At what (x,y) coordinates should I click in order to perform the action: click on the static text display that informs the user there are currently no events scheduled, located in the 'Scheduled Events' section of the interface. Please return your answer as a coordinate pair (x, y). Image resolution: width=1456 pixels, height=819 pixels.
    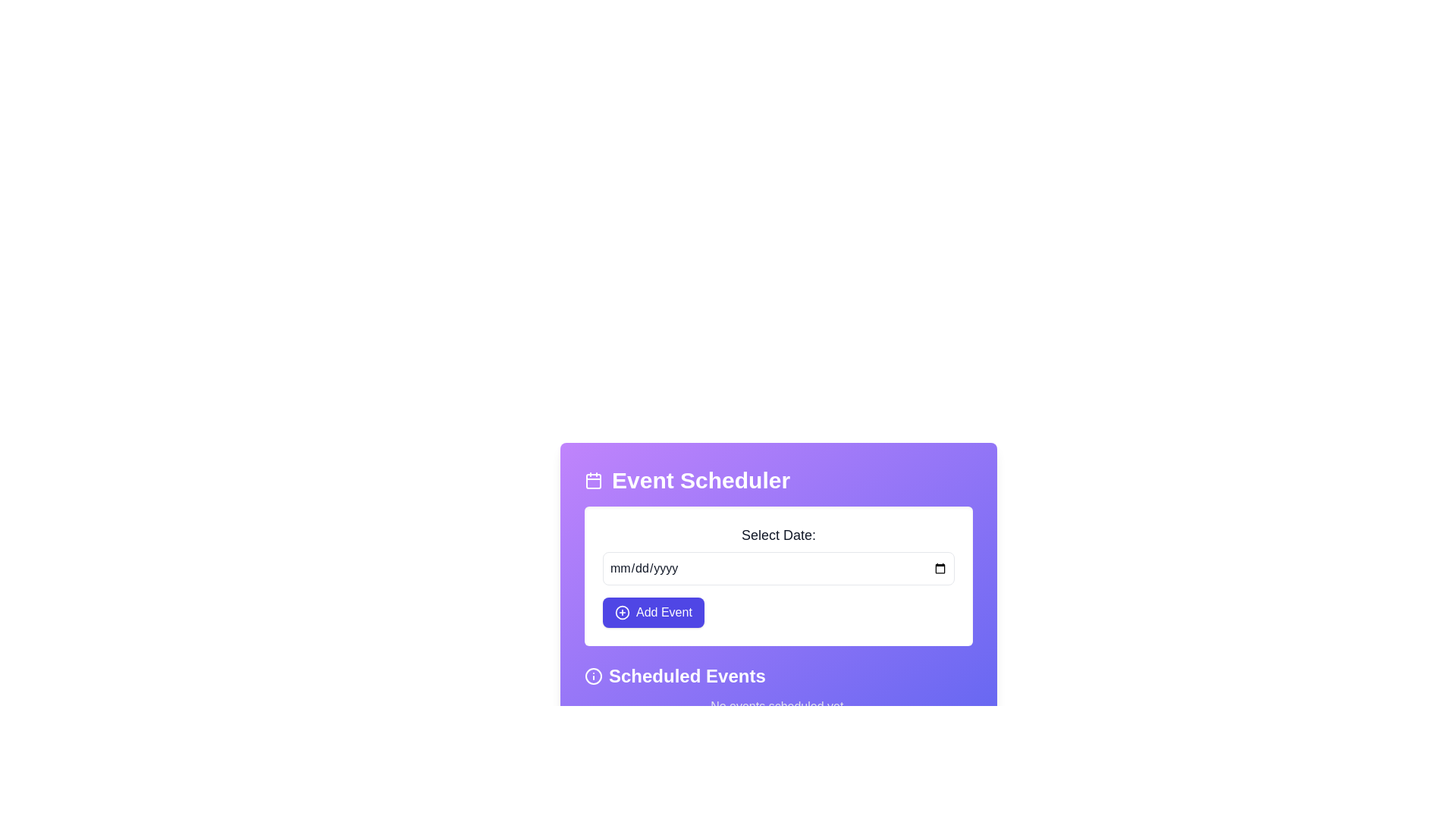
    Looking at the image, I should click on (779, 707).